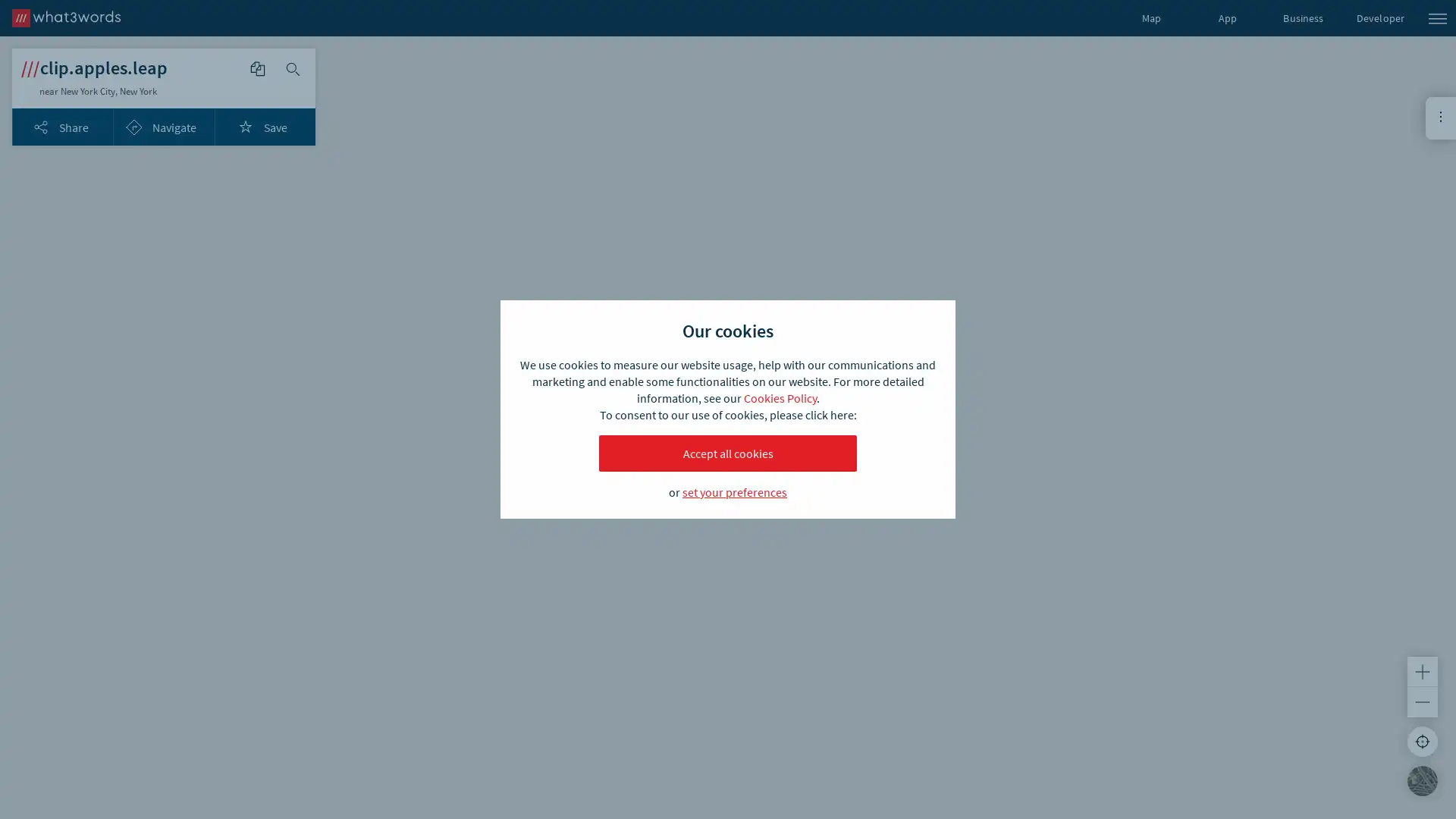  What do you see at coordinates (728, 452) in the screenshot?
I see `Accept all cookies` at bounding box center [728, 452].